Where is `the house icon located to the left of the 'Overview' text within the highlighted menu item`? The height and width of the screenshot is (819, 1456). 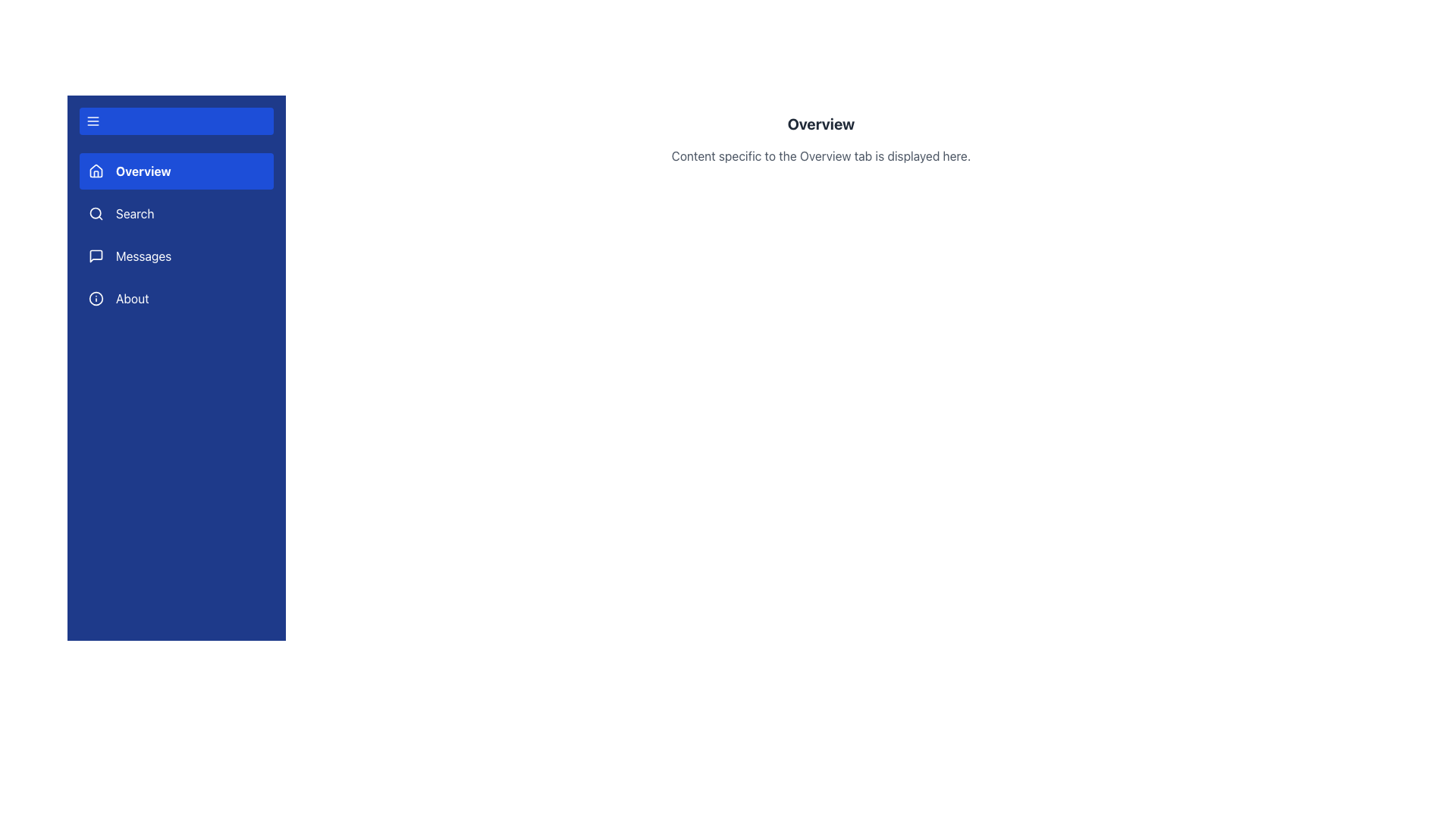 the house icon located to the left of the 'Overview' text within the highlighted menu item is located at coordinates (95, 171).